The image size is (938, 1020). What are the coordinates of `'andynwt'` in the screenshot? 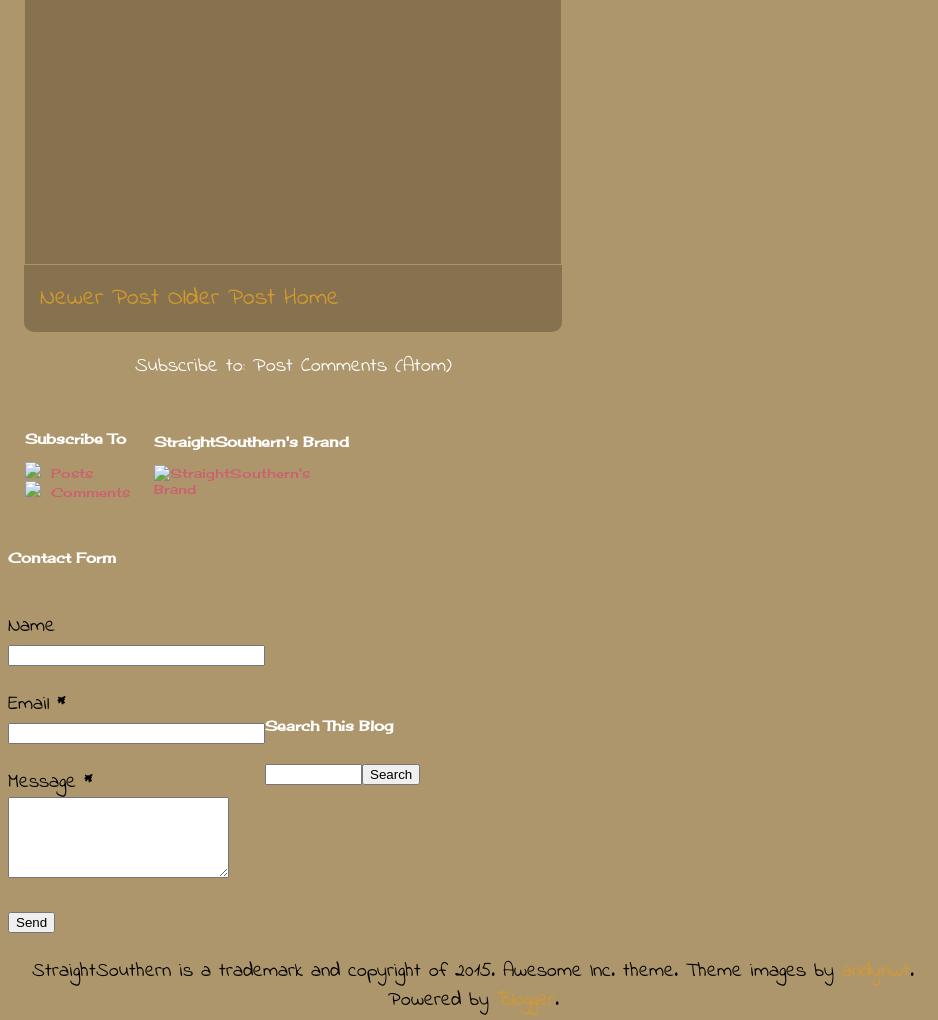 It's located at (875, 970).